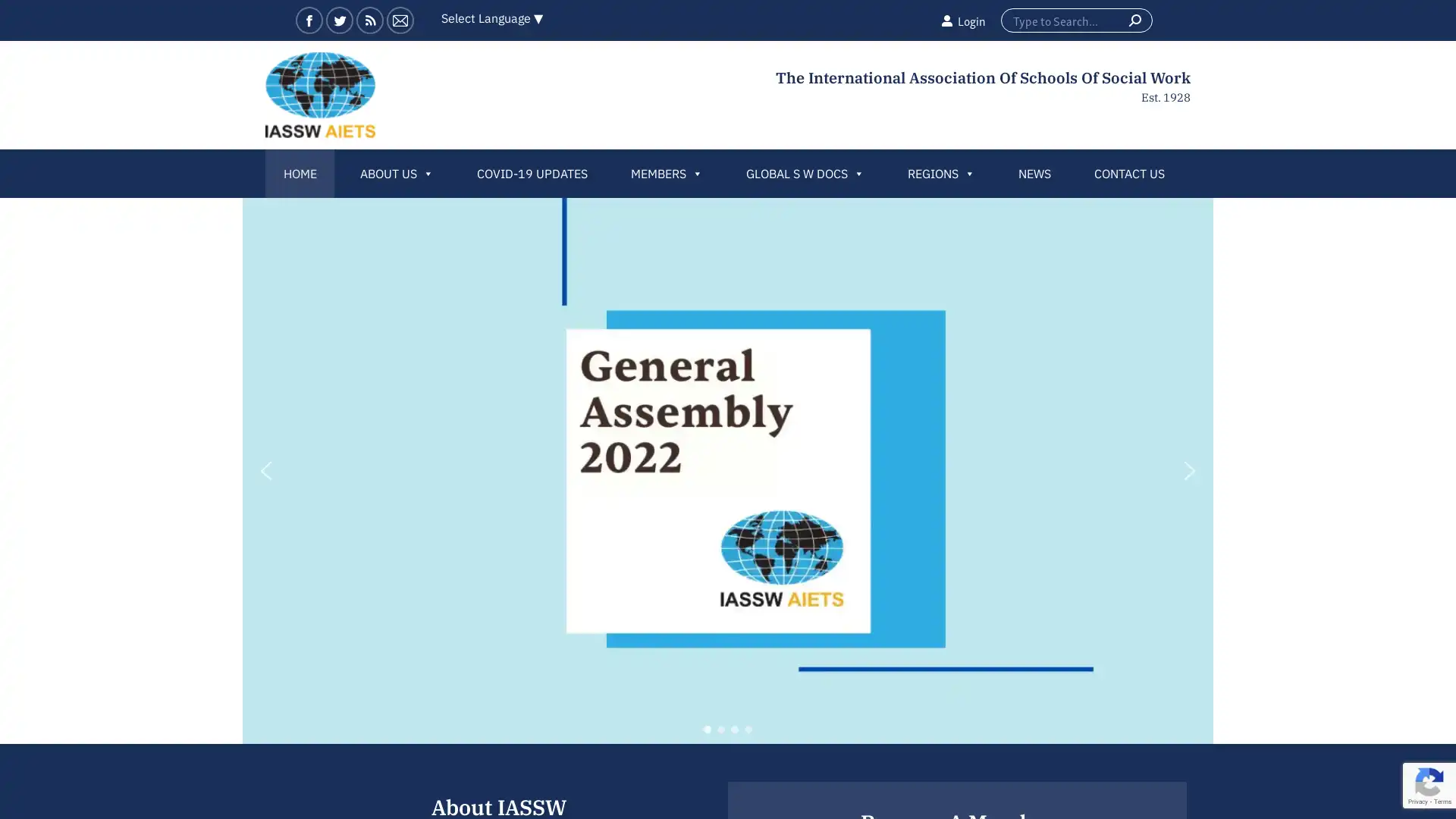 This screenshot has width=1456, height=819. I want to click on Final_Call for Abstracts_header, so click(720, 728).